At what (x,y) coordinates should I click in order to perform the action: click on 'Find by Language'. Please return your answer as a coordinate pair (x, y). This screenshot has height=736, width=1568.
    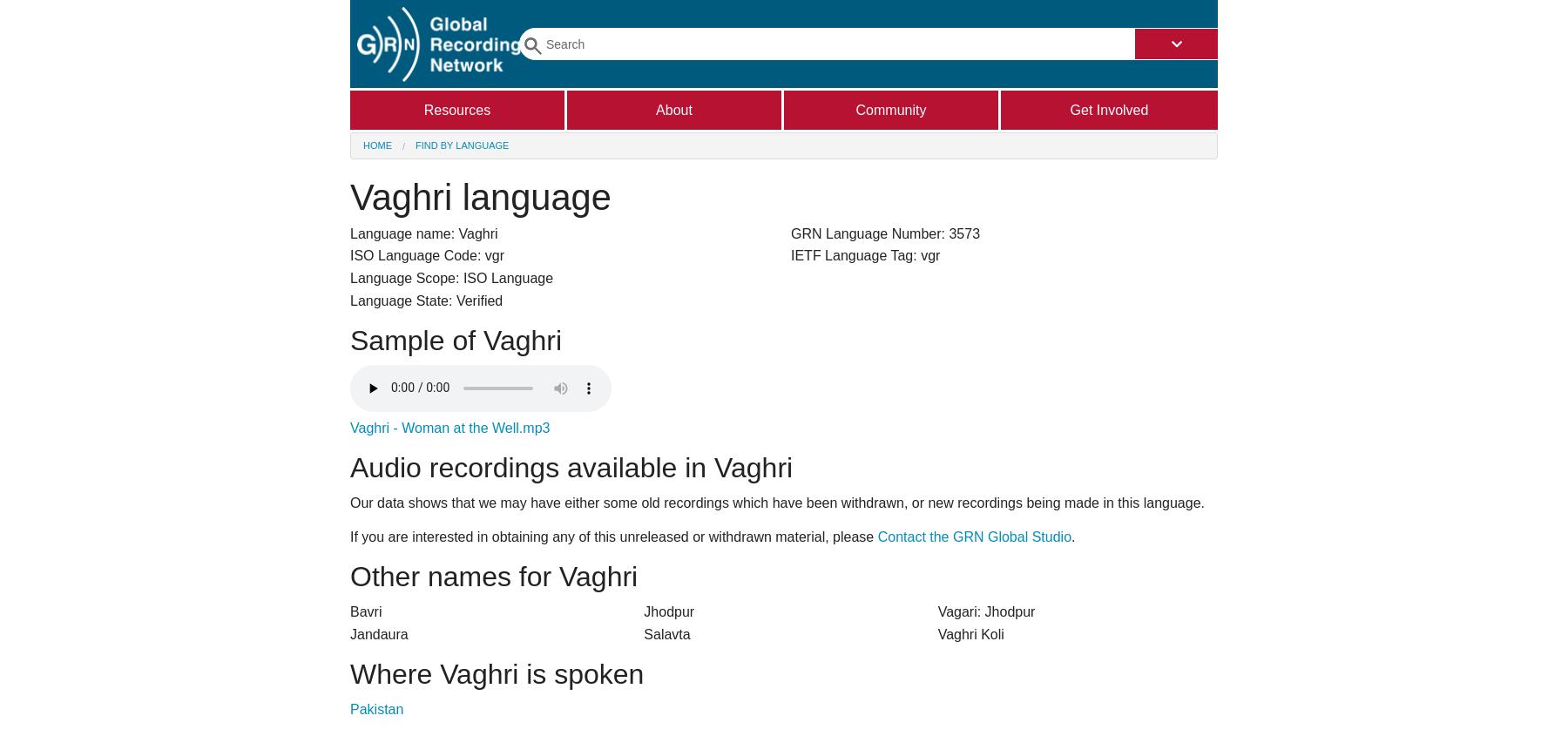
    Looking at the image, I should click on (461, 145).